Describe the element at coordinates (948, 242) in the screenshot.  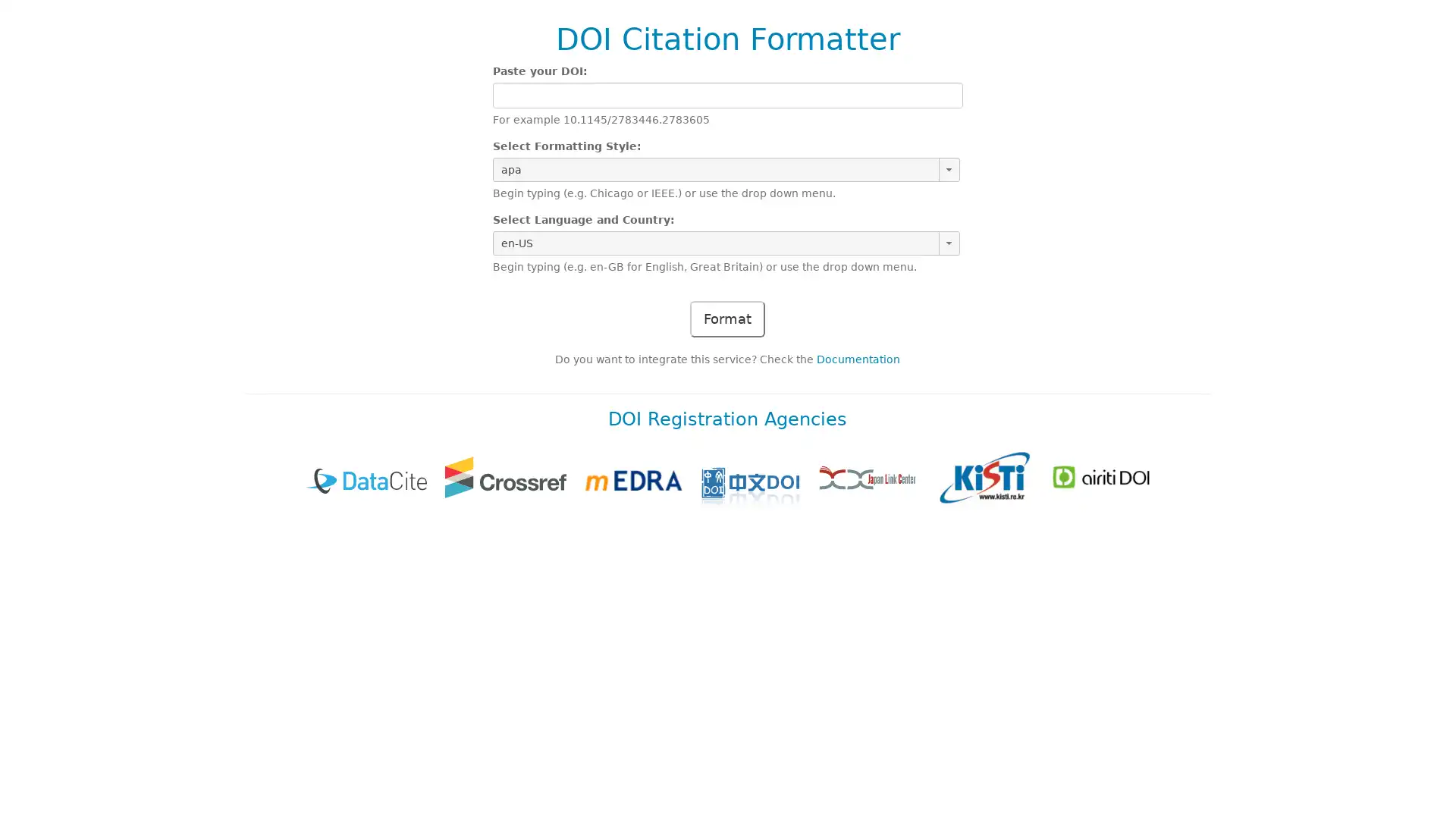
I see `Show All Items` at that location.